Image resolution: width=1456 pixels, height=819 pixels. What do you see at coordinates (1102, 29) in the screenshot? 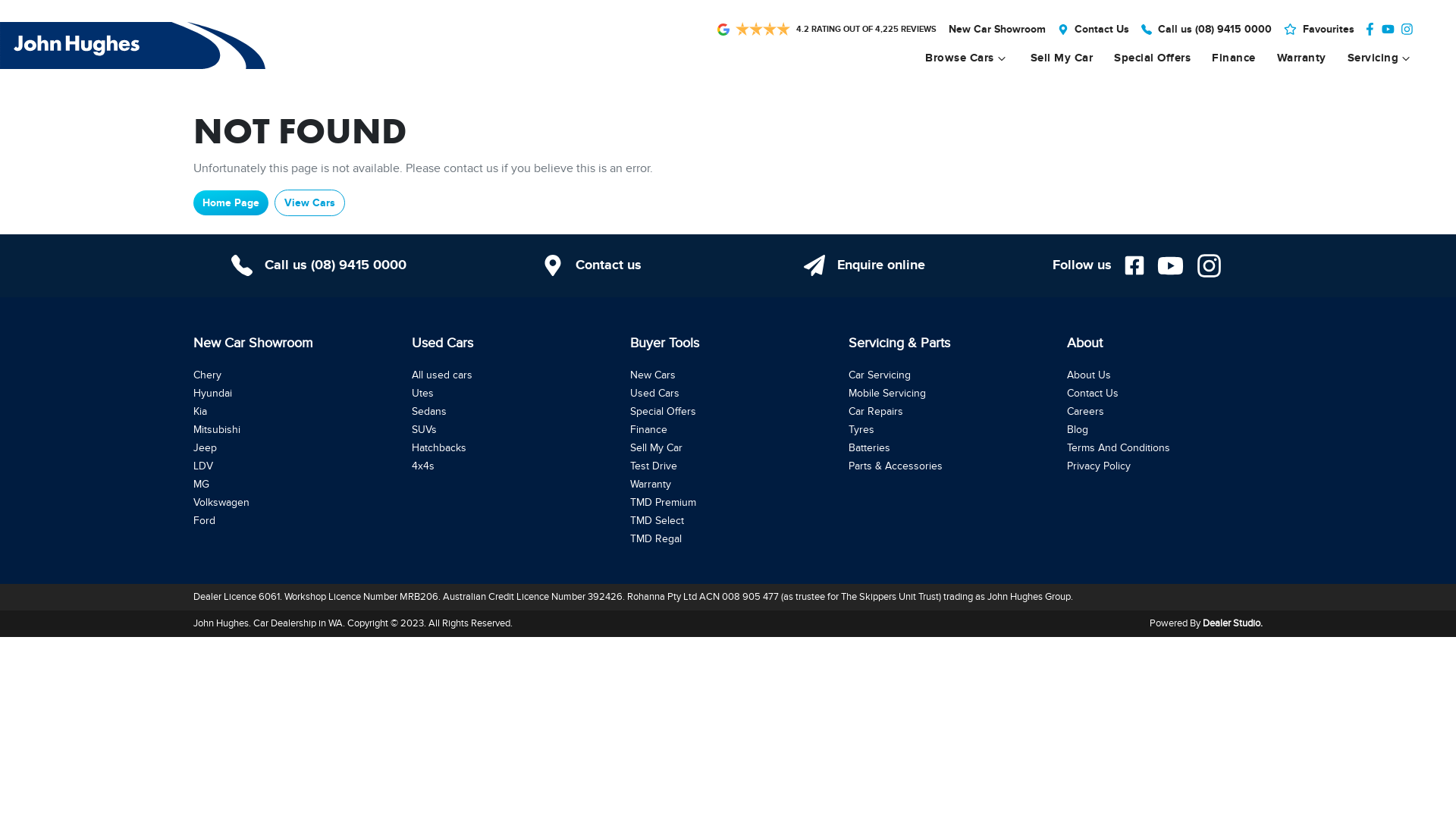
I see `'Contact Us'` at bounding box center [1102, 29].